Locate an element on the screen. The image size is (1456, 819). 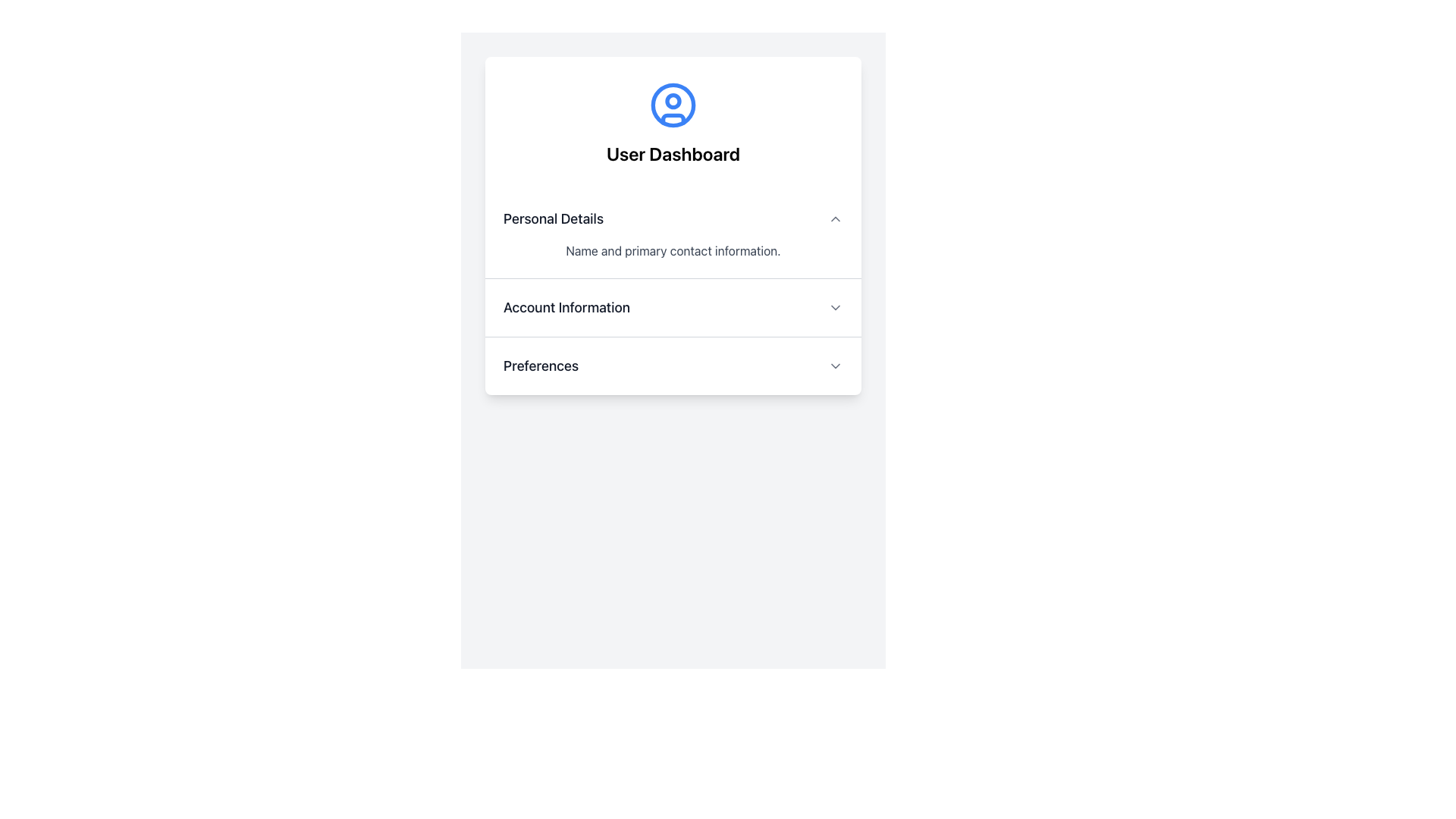
the user avatar icon, which is a vibrant blue circular outline containing a head and shoulders, positioned above the 'User Dashboard' text is located at coordinates (673, 104).